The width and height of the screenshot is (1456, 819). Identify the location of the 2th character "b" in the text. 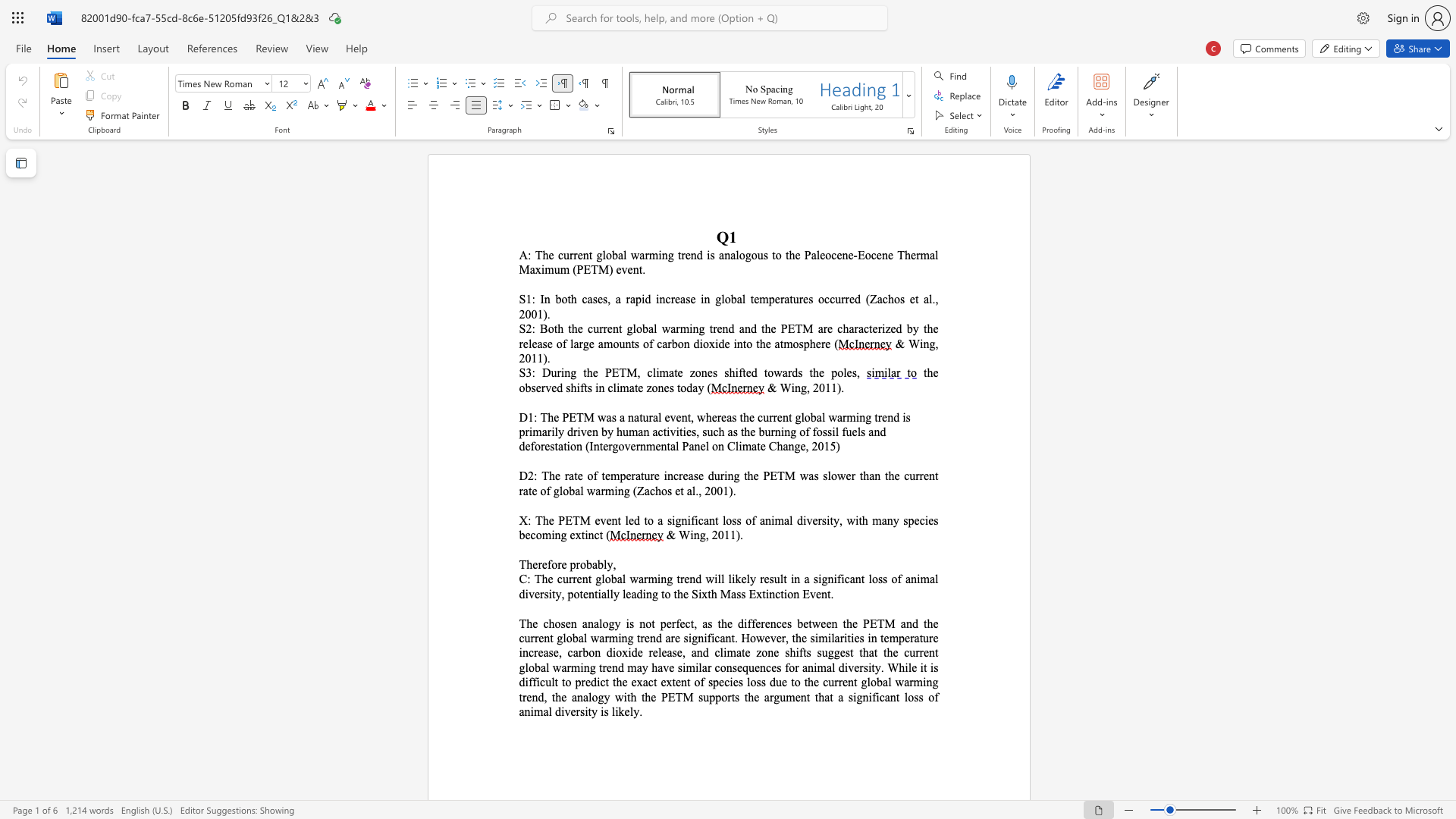
(600, 564).